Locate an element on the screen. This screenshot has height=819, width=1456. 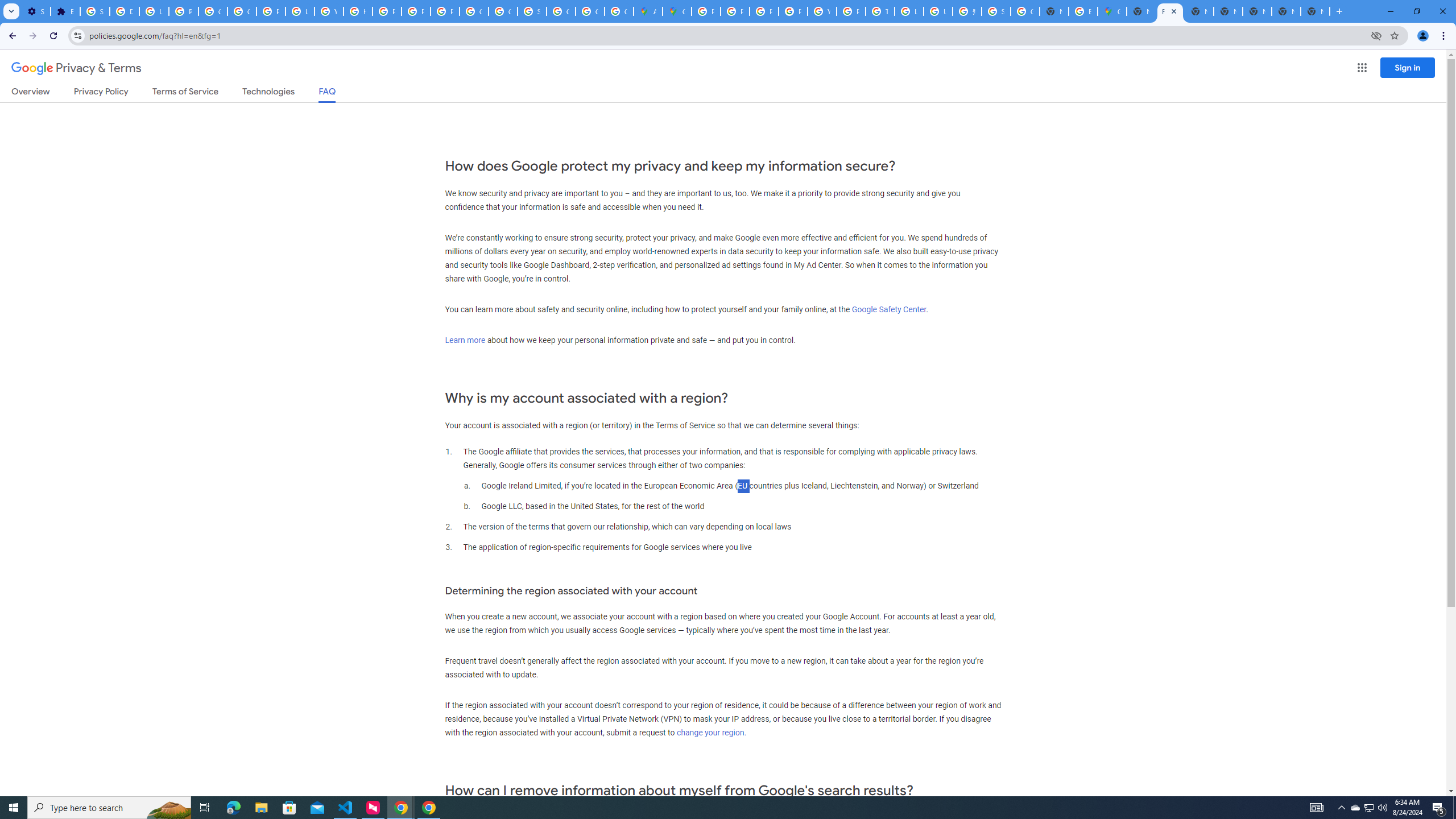
'Policy Accountability and Transparency - Transparency Center' is located at coordinates (705, 11).